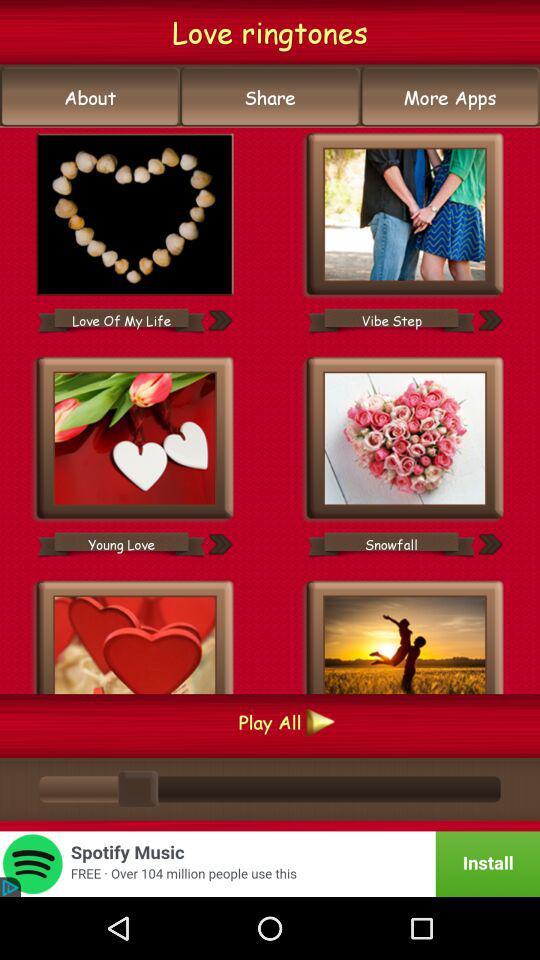  I want to click on snowfall, so click(391, 544).